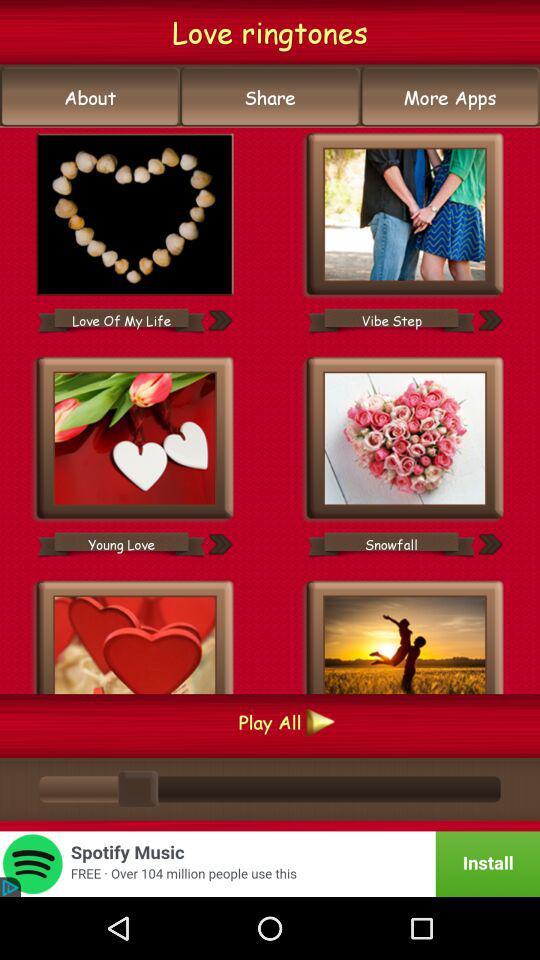  I want to click on snowfall, so click(391, 544).